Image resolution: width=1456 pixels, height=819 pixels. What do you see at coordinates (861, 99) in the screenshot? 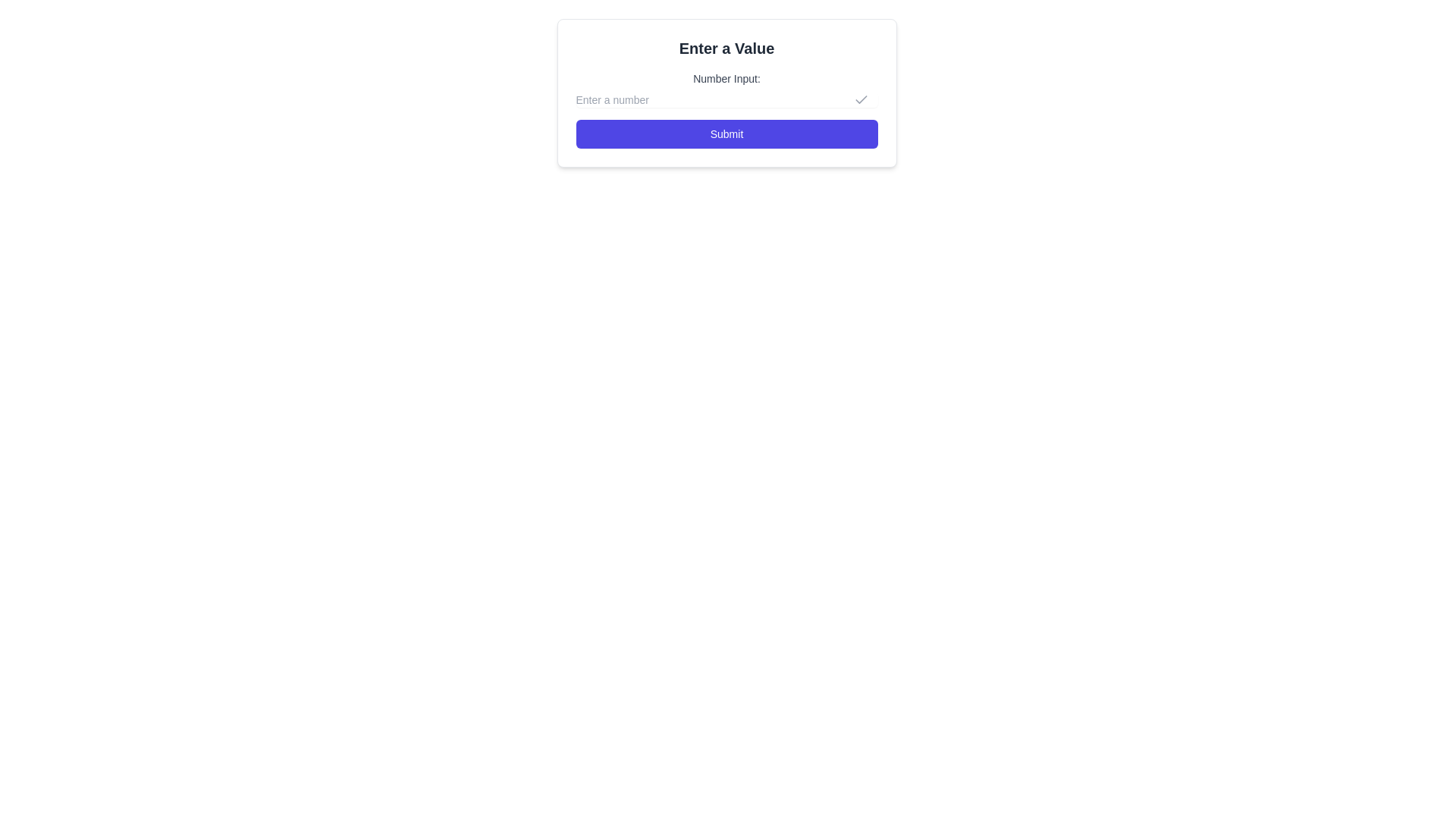
I see `the small outlined grey checkmark icon located at the right end of the text input field labeled 'Enter a number'` at bounding box center [861, 99].